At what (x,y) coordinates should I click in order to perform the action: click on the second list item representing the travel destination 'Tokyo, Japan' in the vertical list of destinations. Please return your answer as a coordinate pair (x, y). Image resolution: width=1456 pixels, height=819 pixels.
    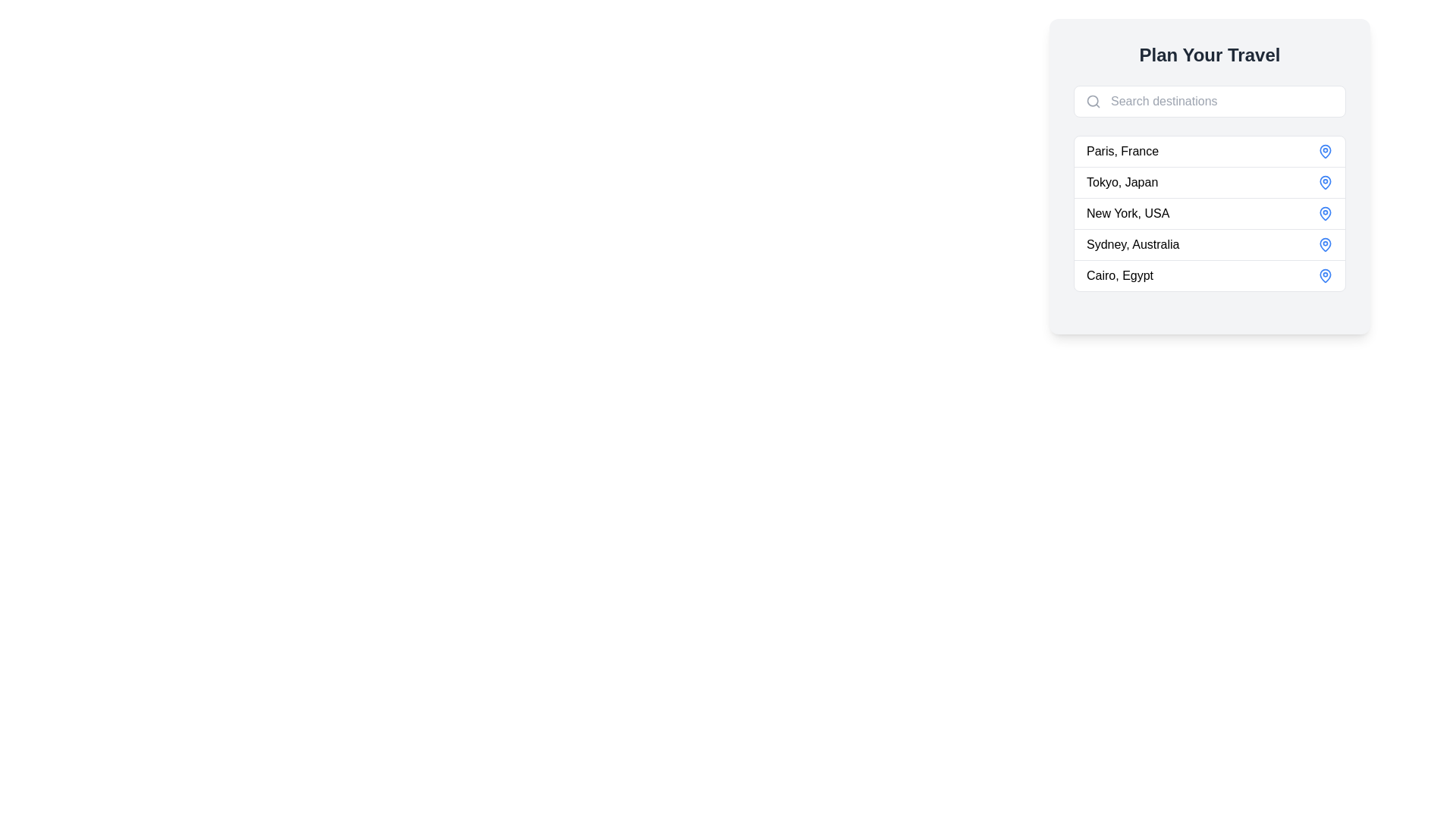
    Looking at the image, I should click on (1209, 181).